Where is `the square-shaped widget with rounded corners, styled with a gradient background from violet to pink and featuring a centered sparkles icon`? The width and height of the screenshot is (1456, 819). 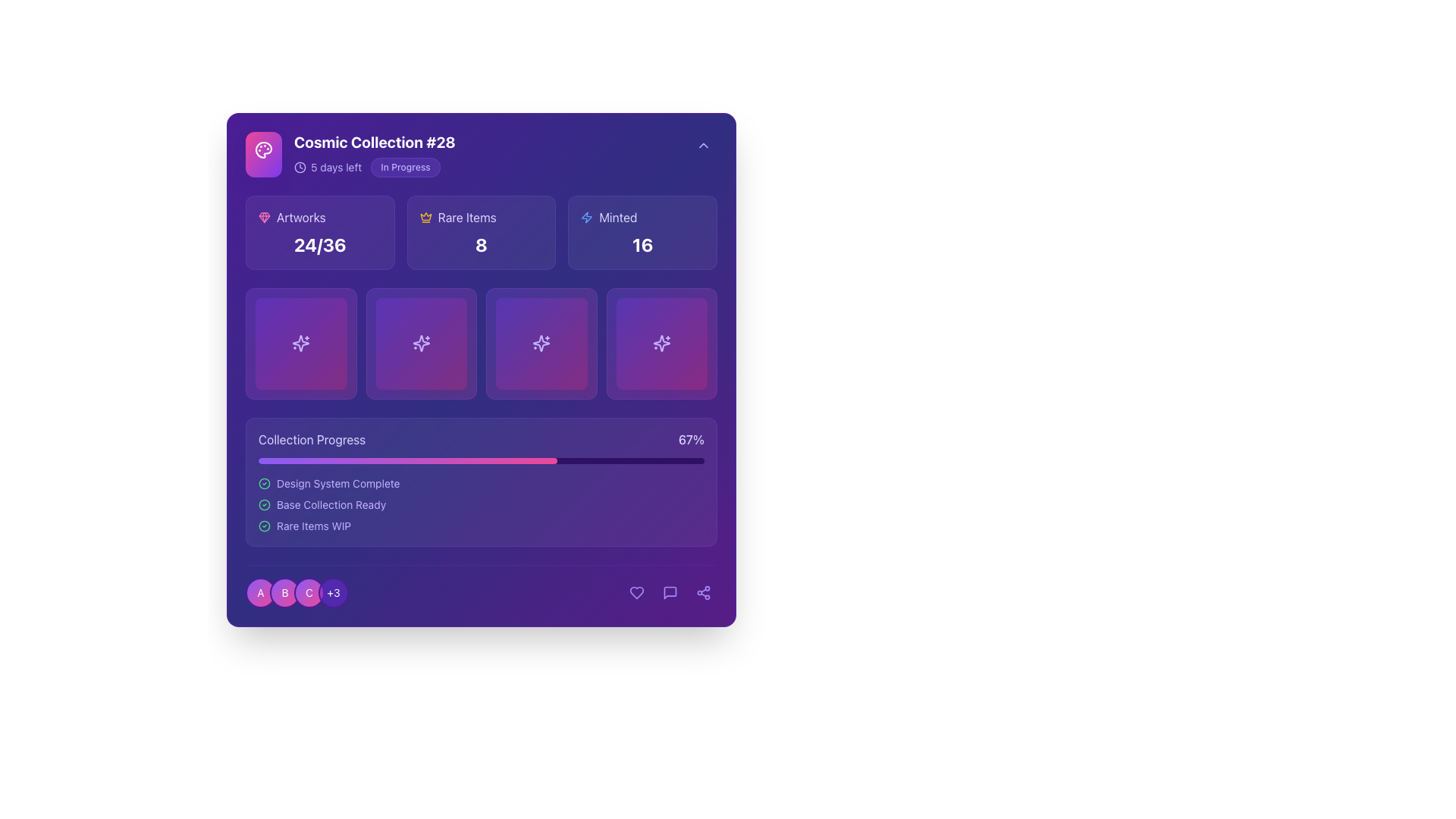 the square-shaped widget with rounded corners, styled with a gradient background from violet to pink and featuring a centered sparkles icon is located at coordinates (421, 344).